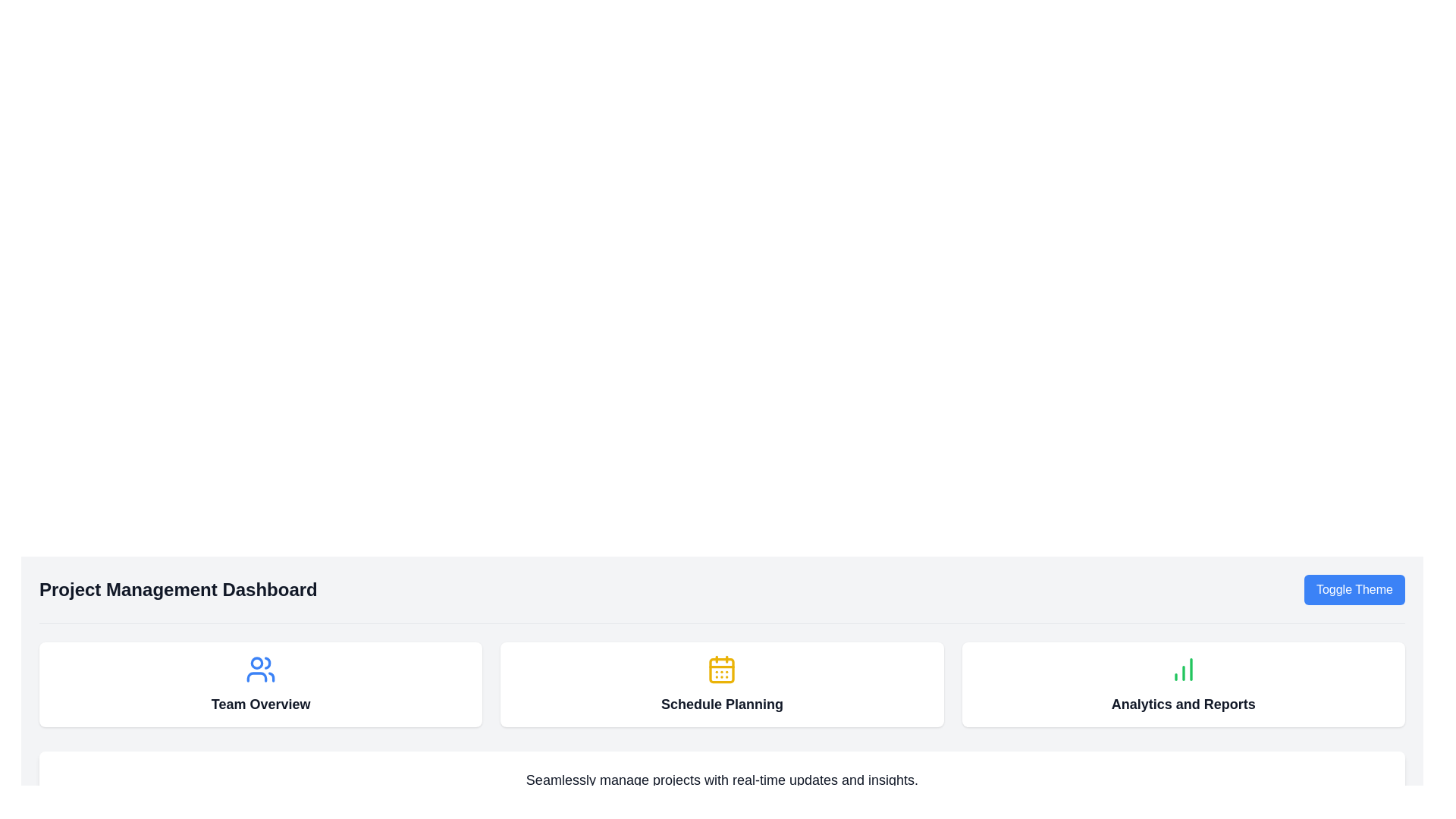 This screenshot has width=1456, height=819. What do you see at coordinates (721, 684) in the screenshot?
I see `the second card in the horizontal row of three cards` at bounding box center [721, 684].